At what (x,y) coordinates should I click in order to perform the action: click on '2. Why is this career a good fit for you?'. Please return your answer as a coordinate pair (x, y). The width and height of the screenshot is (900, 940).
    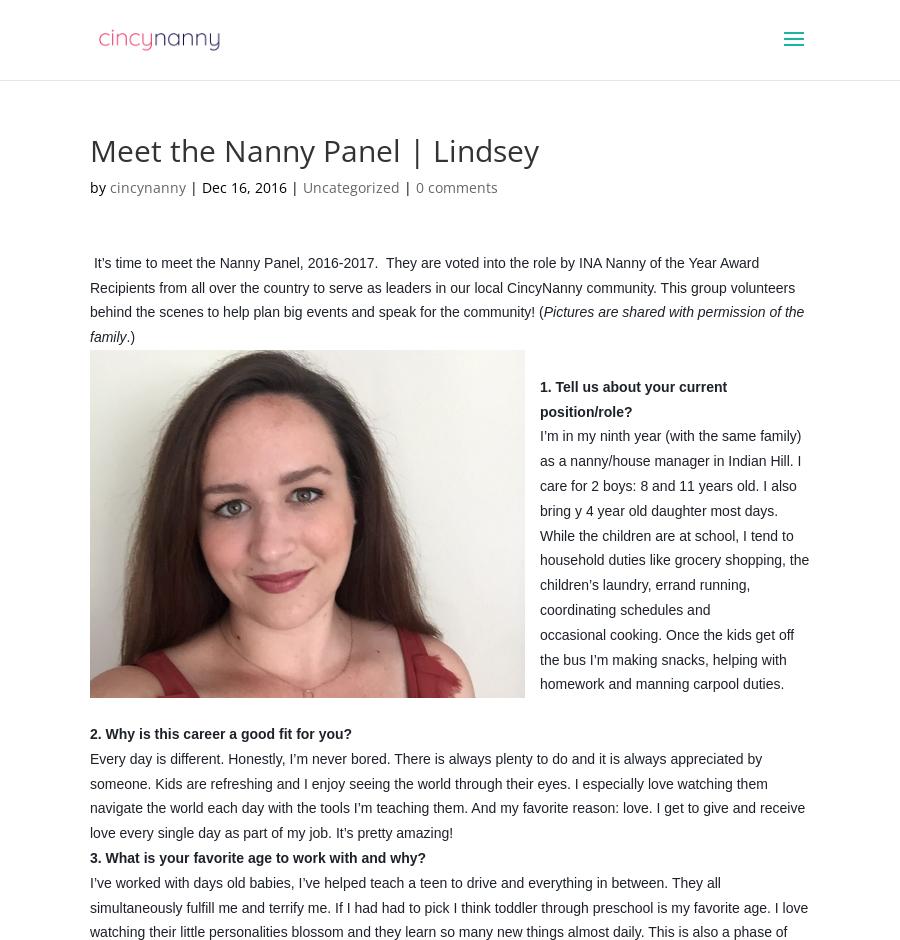
    Looking at the image, I should click on (223, 733).